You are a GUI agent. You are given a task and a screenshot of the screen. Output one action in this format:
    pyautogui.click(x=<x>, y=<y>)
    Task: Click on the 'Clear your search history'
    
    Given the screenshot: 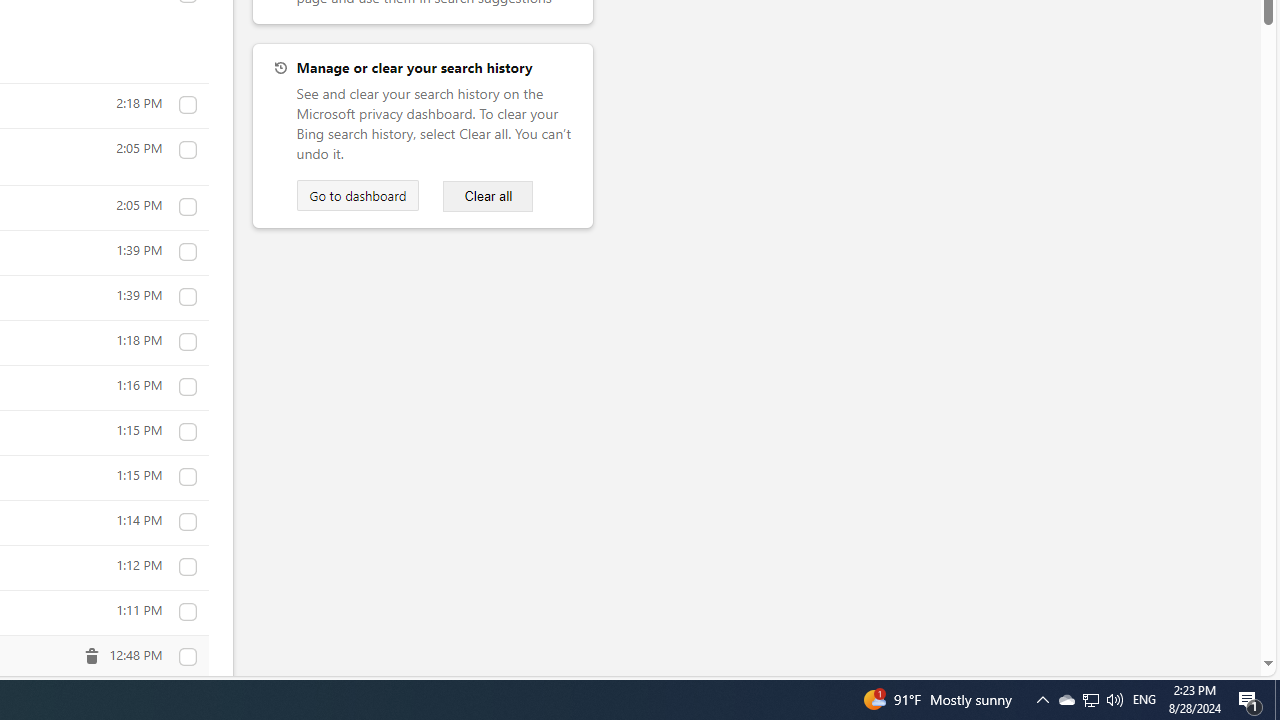 What is the action you would take?
    pyautogui.click(x=488, y=196)
    